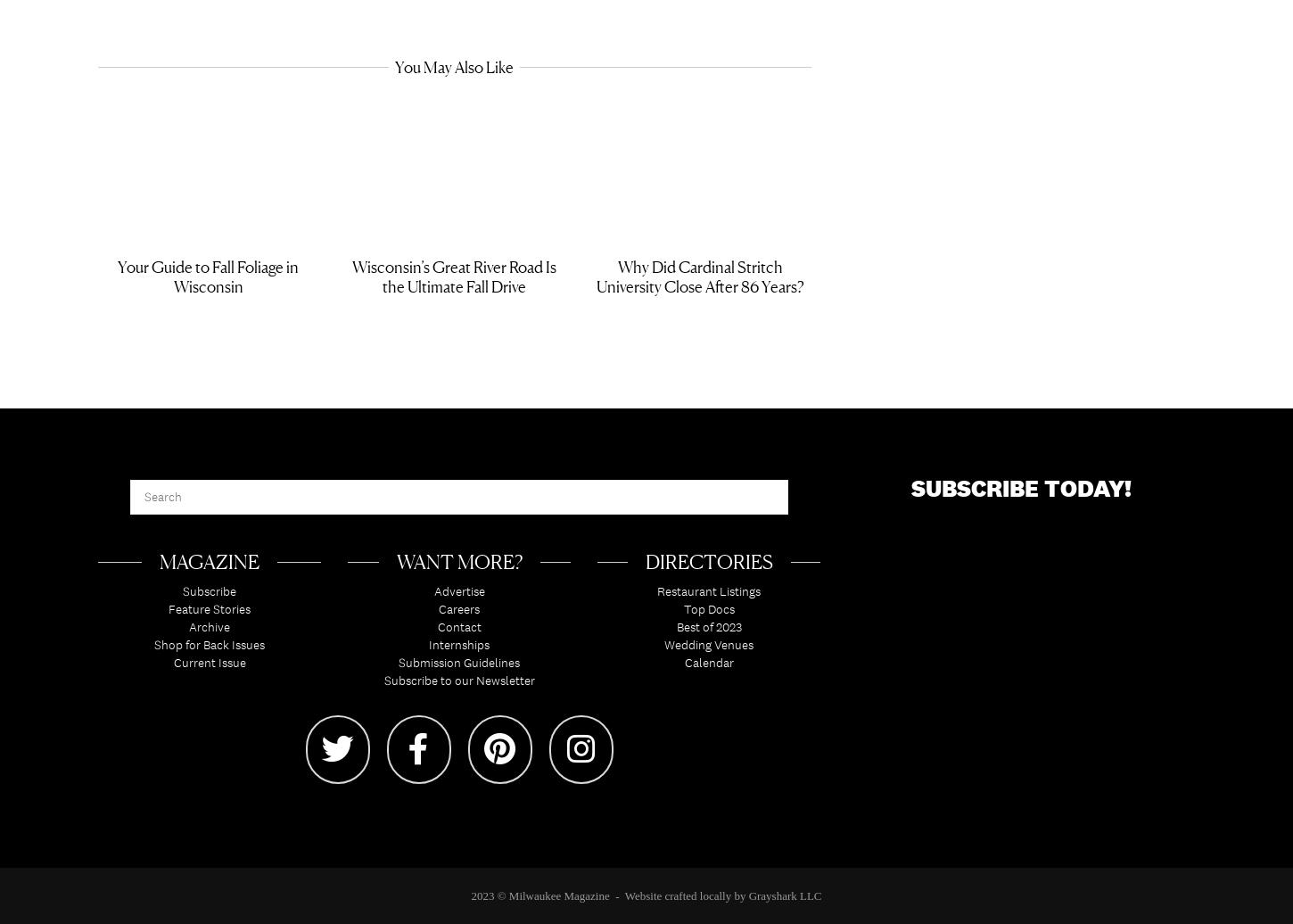 Image resolution: width=1293 pixels, height=924 pixels. What do you see at coordinates (152, 650) in the screenshot?
I see `'Shop for Back Issues'` at bounding box center [152, 650].